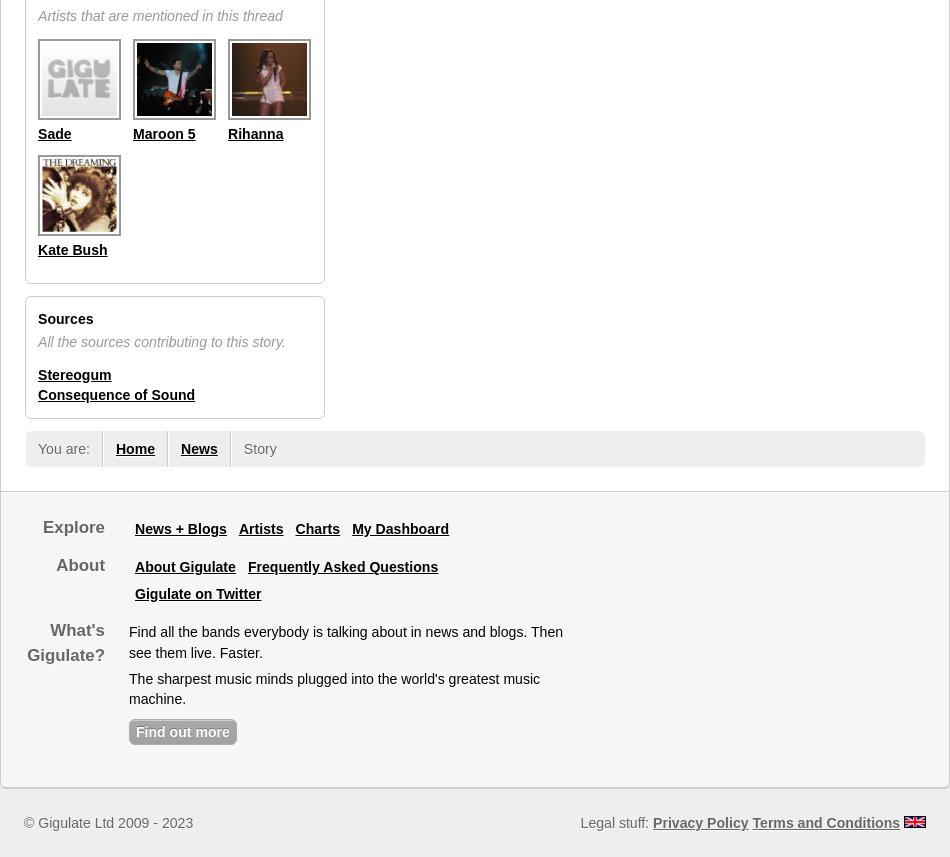  Describe the element at coordinates (751, 821) in the screenshot. I see `'Terms and Conditions'` at that location.